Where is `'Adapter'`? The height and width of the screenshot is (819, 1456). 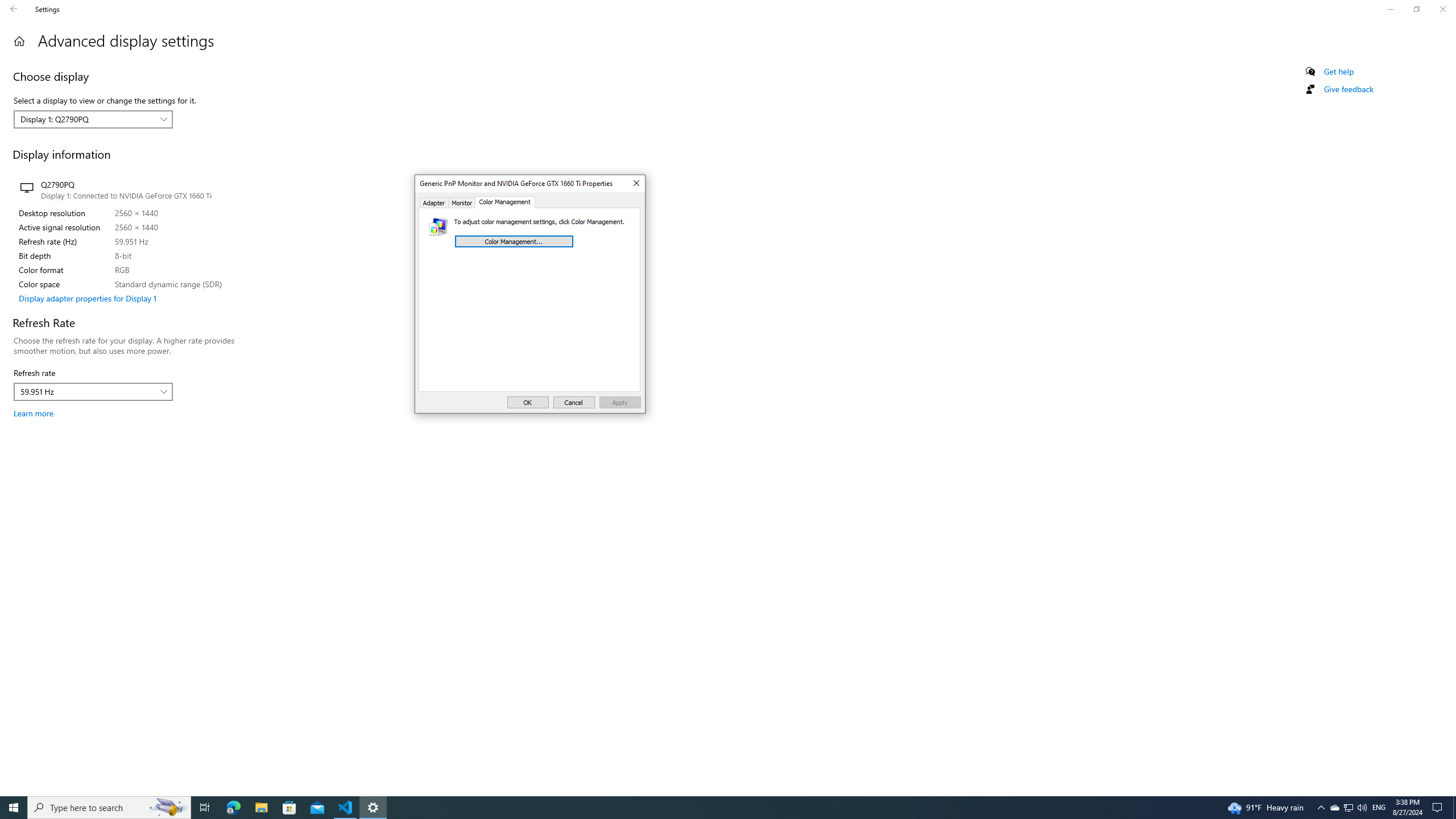
'Adapter' is located at coordinates (433, 202).